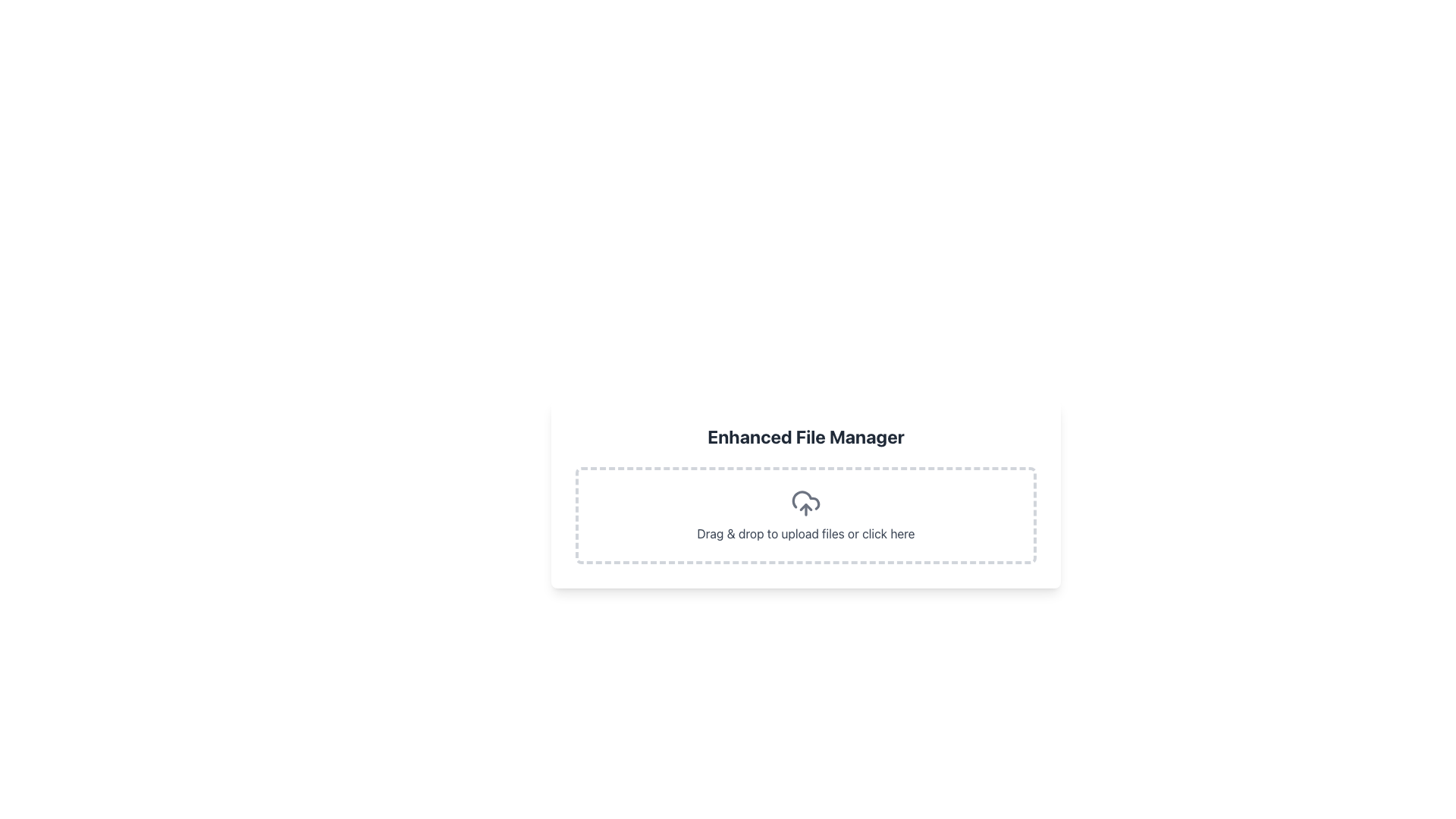 Image resolution: width=1456 pixels, height=819 pixels. I want to click on the text label that displays 'Drag & drop to upload files or click here.' to initiate file uploading, so click(805, 533).